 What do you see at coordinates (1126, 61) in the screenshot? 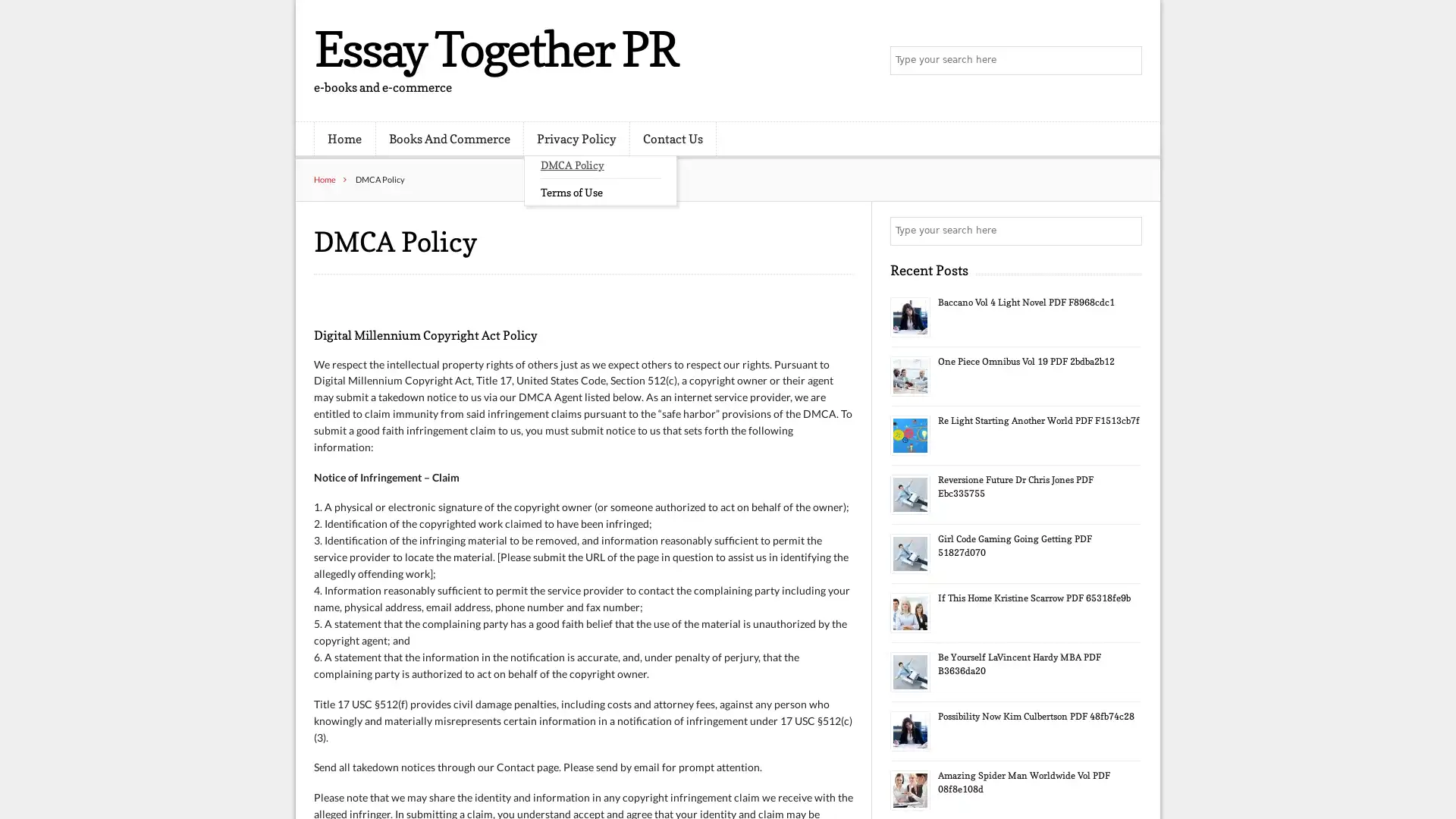
I see `Search` at bounding box center [1126, 61].